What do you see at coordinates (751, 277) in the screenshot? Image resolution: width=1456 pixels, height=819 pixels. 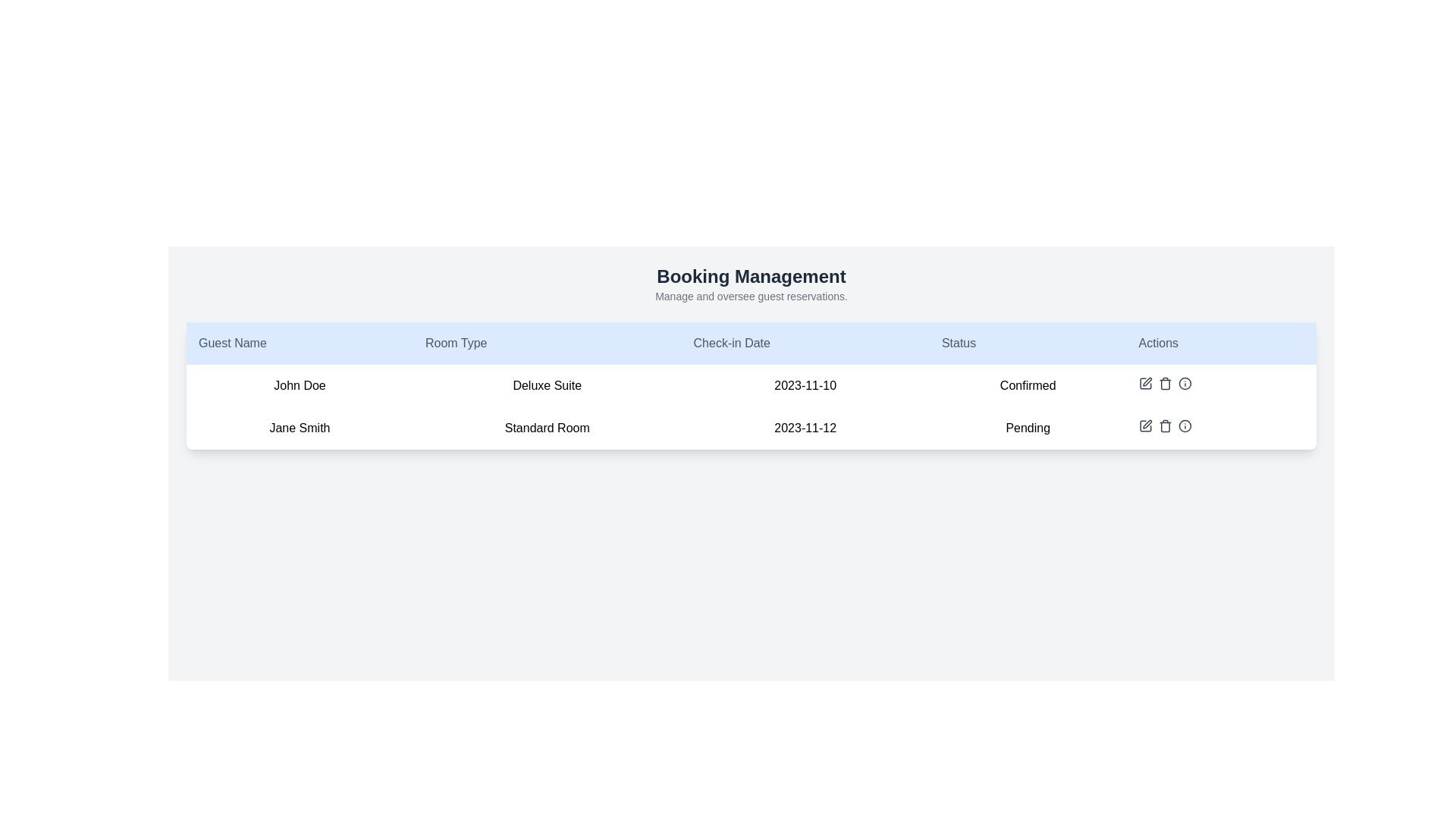 I see `text of the heading element located at the top center of the page, which serves as a title for the booking management section` at bounding box center [751, 277].